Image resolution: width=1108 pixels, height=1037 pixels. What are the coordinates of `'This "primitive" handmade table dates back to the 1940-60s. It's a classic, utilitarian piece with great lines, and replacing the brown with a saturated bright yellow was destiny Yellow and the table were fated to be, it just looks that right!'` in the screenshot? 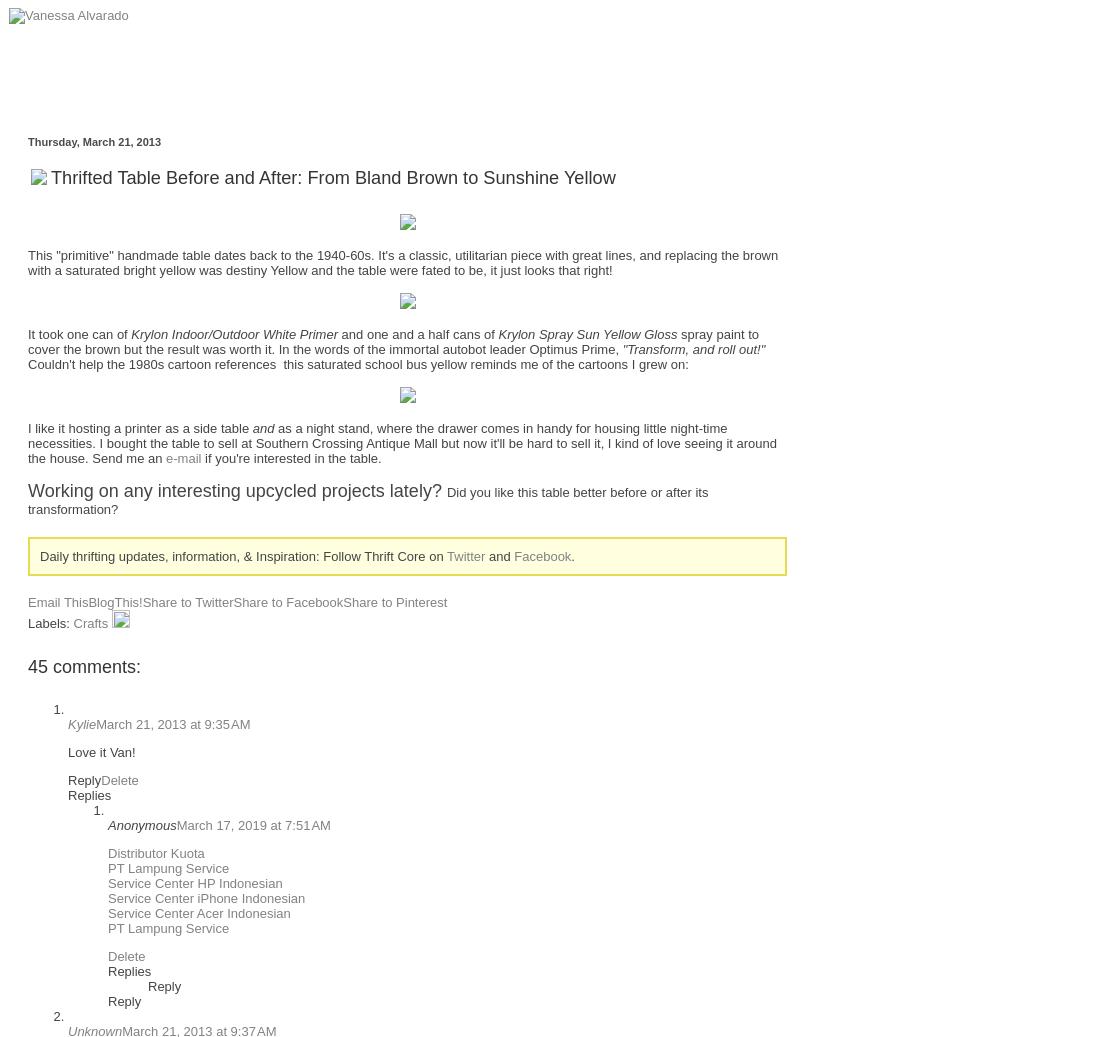 It's located at (28, 261).